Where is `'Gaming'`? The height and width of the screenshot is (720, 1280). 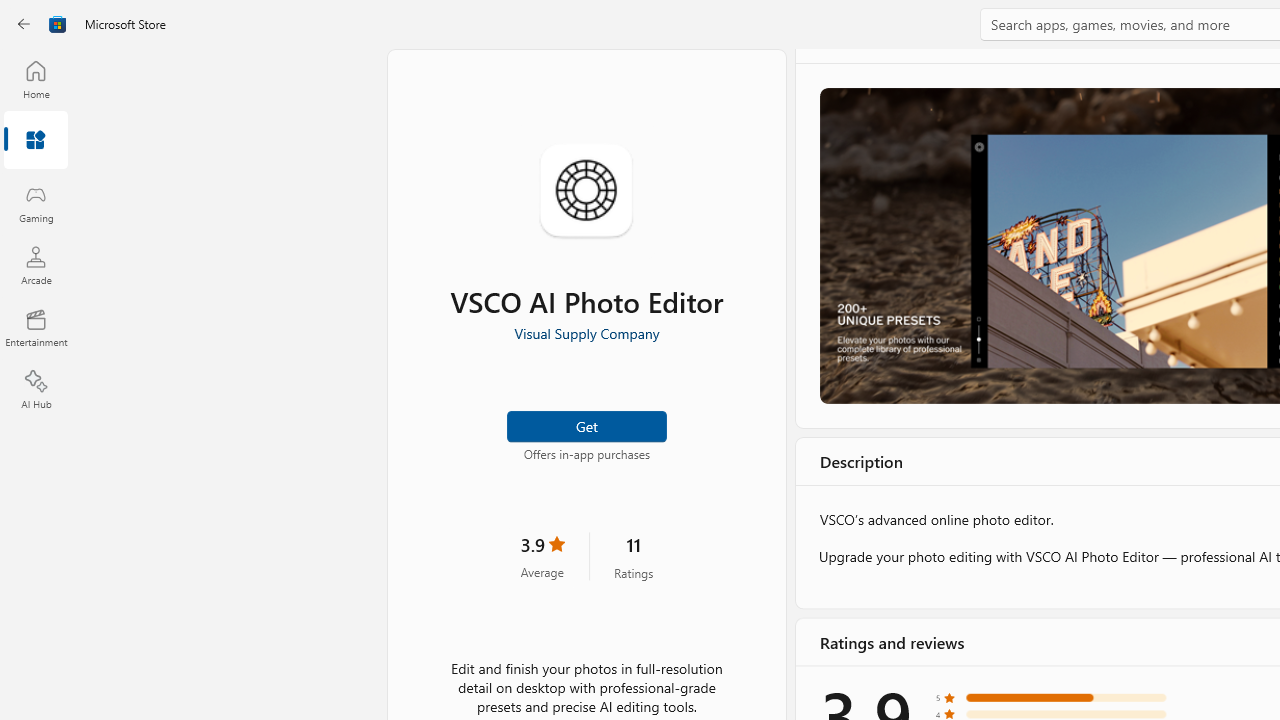 'Gaming' is located at coordinates (35, 203).